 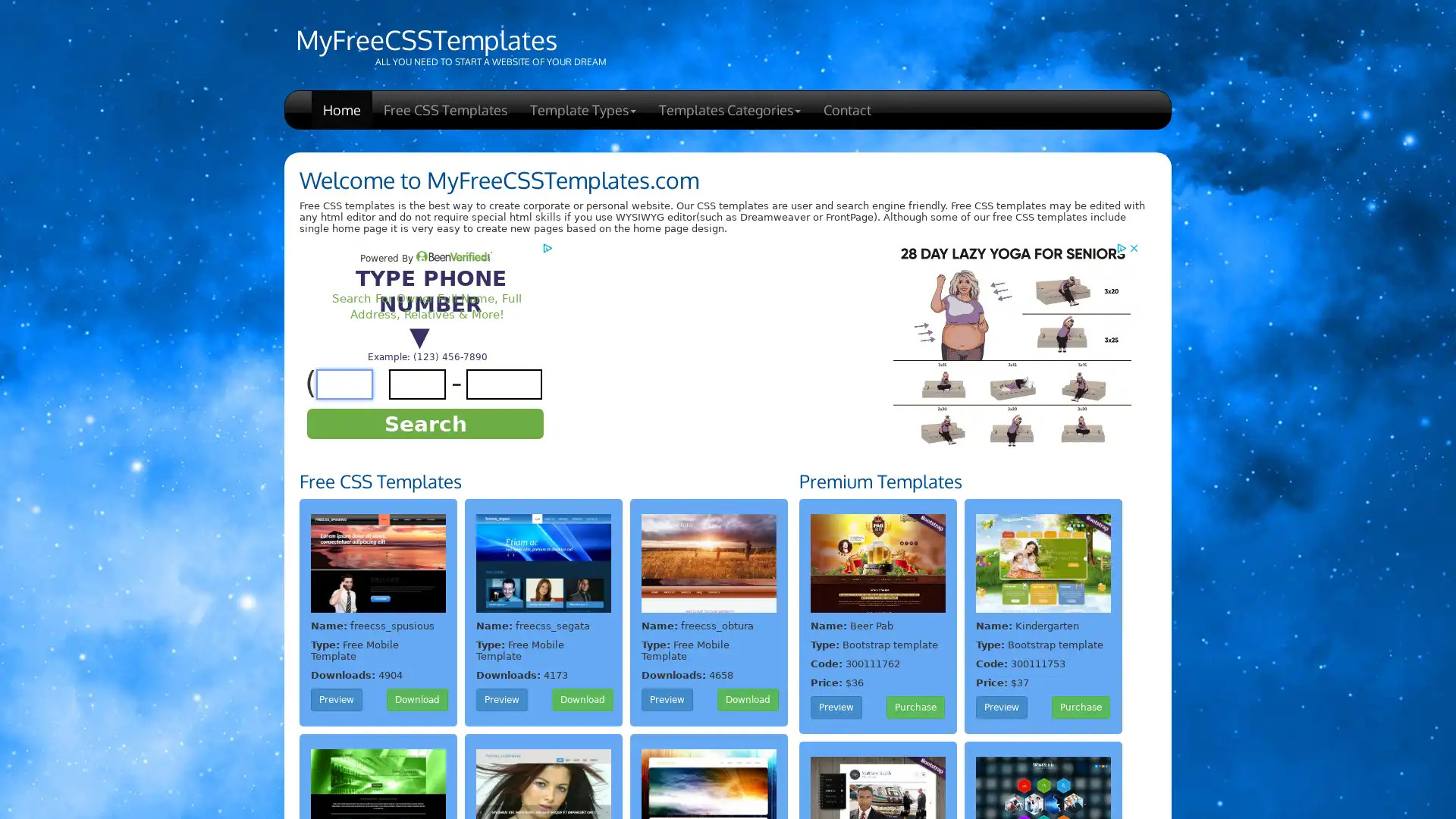 What do you see at coordinates (915, 708) in the screenshot?
I see `Purchase` at bounding box center [915, 708].